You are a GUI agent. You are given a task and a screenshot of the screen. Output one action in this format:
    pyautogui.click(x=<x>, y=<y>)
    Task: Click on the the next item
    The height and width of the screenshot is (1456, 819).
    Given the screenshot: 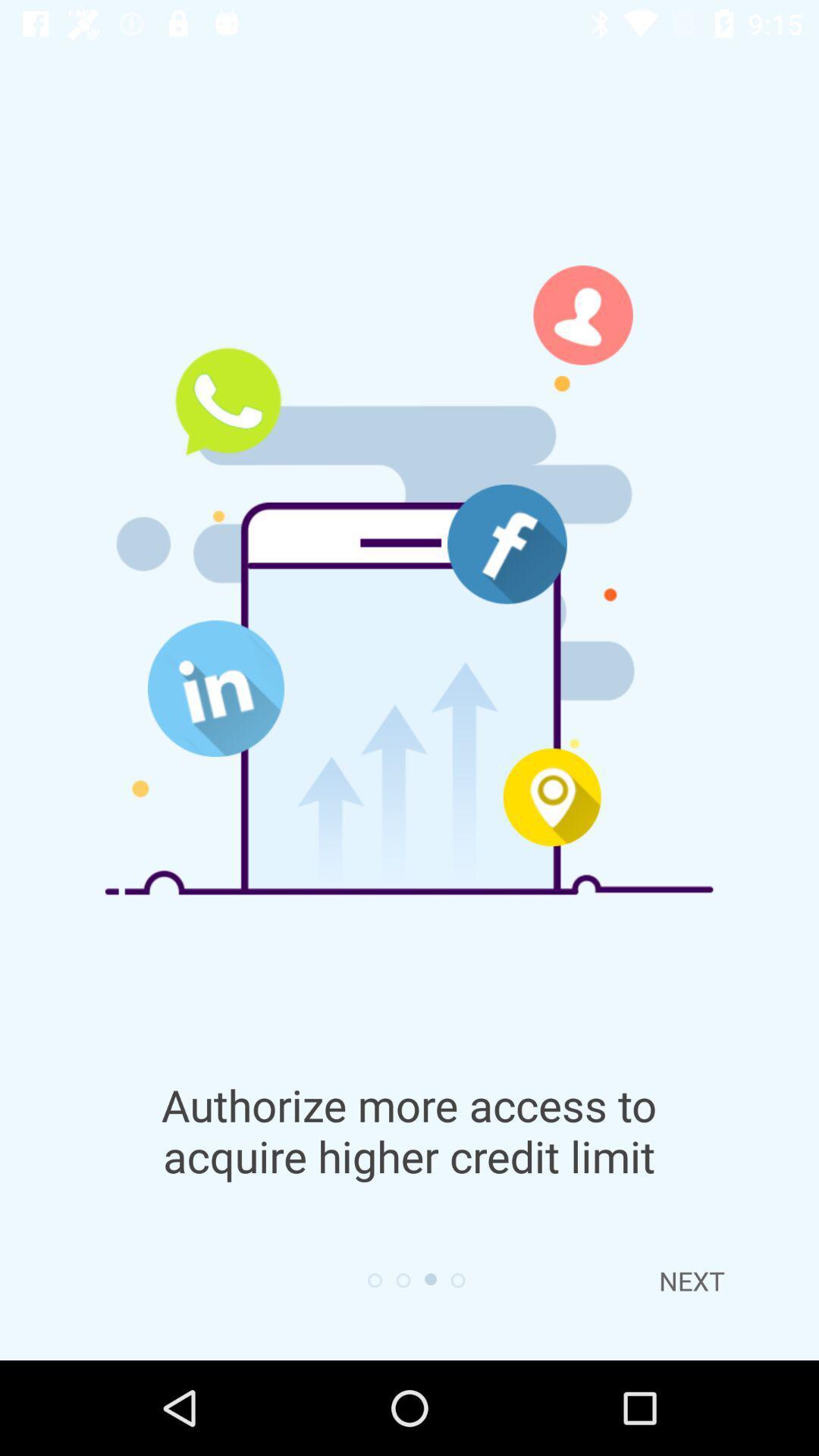 What is the action you would take?
    pyautogui.click(x=691, y=1280)
    